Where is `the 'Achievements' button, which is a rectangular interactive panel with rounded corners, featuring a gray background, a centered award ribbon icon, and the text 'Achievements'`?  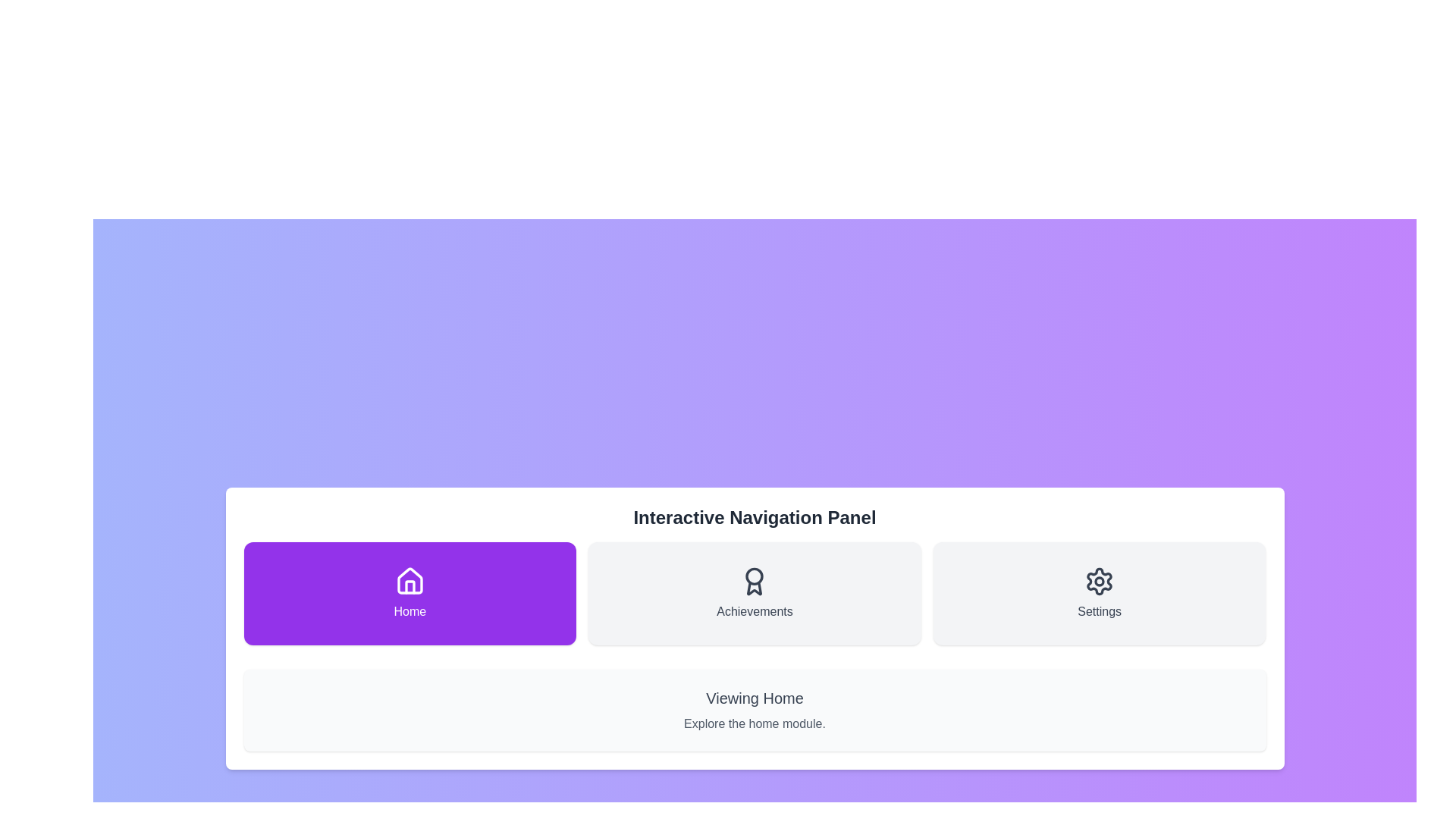
the 'Achievements' button, which is a rectangular interactive panel with rounded corners, featuring a gray background, a centered award ribbon icon, and the text 'Achievements' is located at coordinates (755, 593).